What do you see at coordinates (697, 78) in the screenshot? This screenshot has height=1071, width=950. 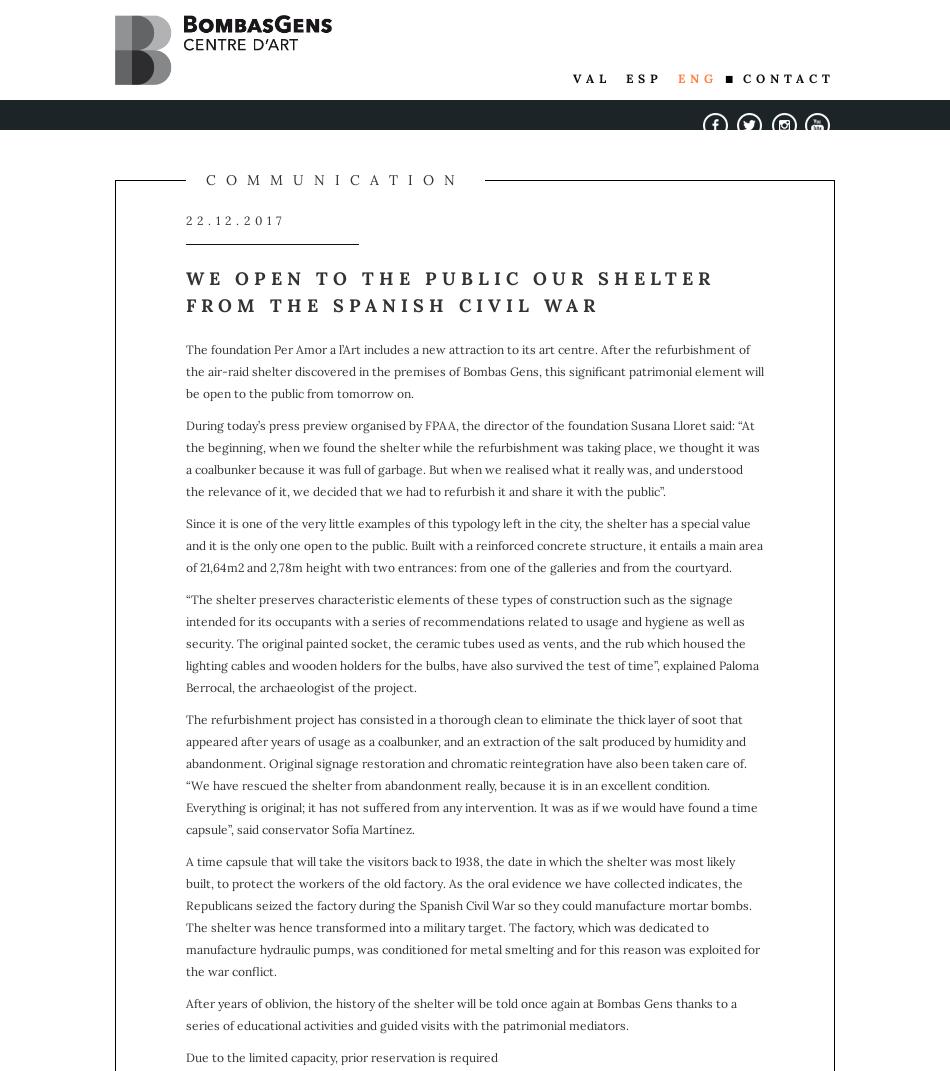 I see `'ENG'` at bounding box center [697, 78].